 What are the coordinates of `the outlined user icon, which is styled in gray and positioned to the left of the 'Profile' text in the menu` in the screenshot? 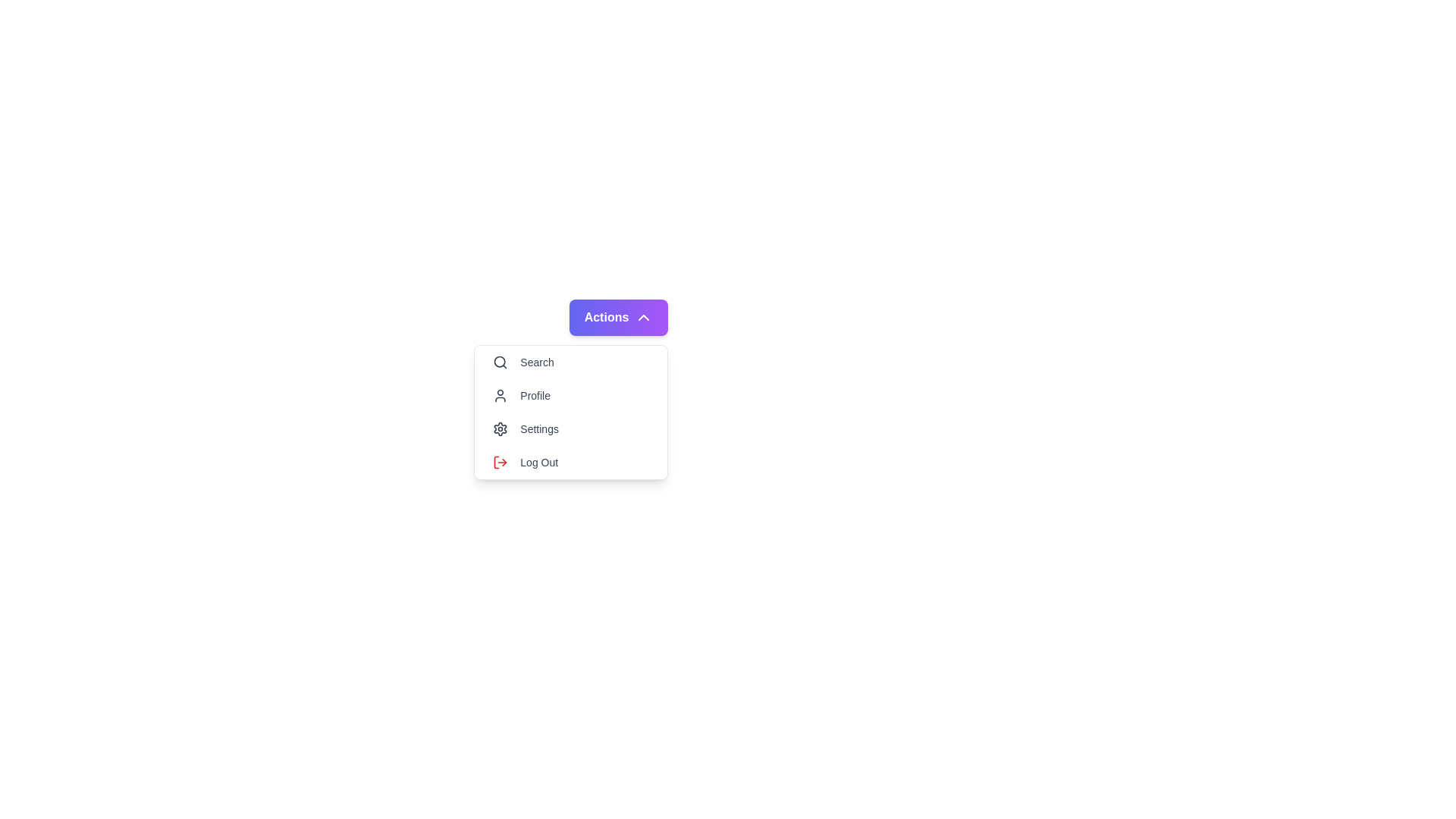 It's located at (500, 394).